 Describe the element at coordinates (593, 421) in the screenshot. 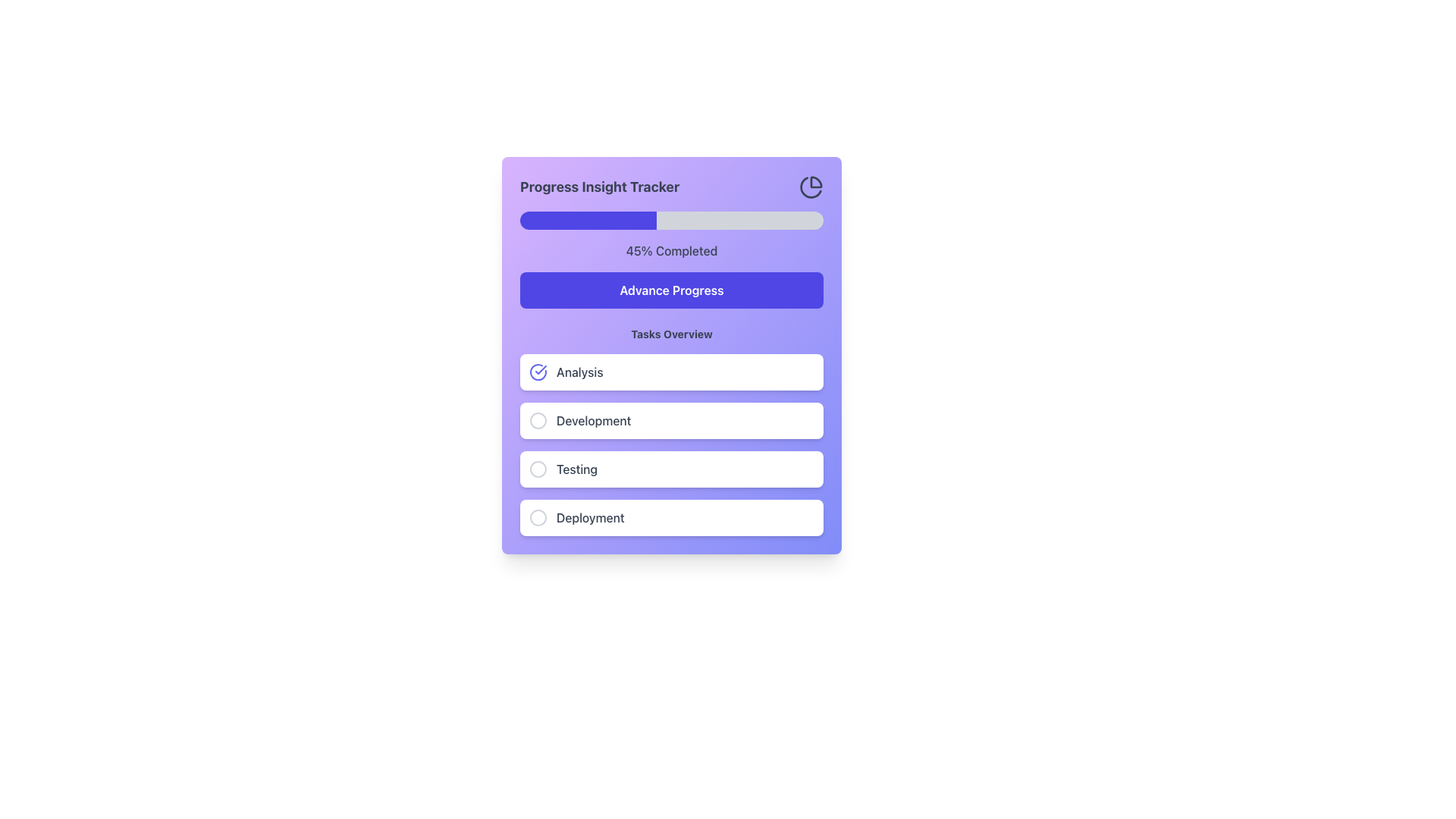

I see `the Text Label that describes the task in the task management interface, located to the right of a circular icon in the second item under the 'Tasks Overview' section` at that location.